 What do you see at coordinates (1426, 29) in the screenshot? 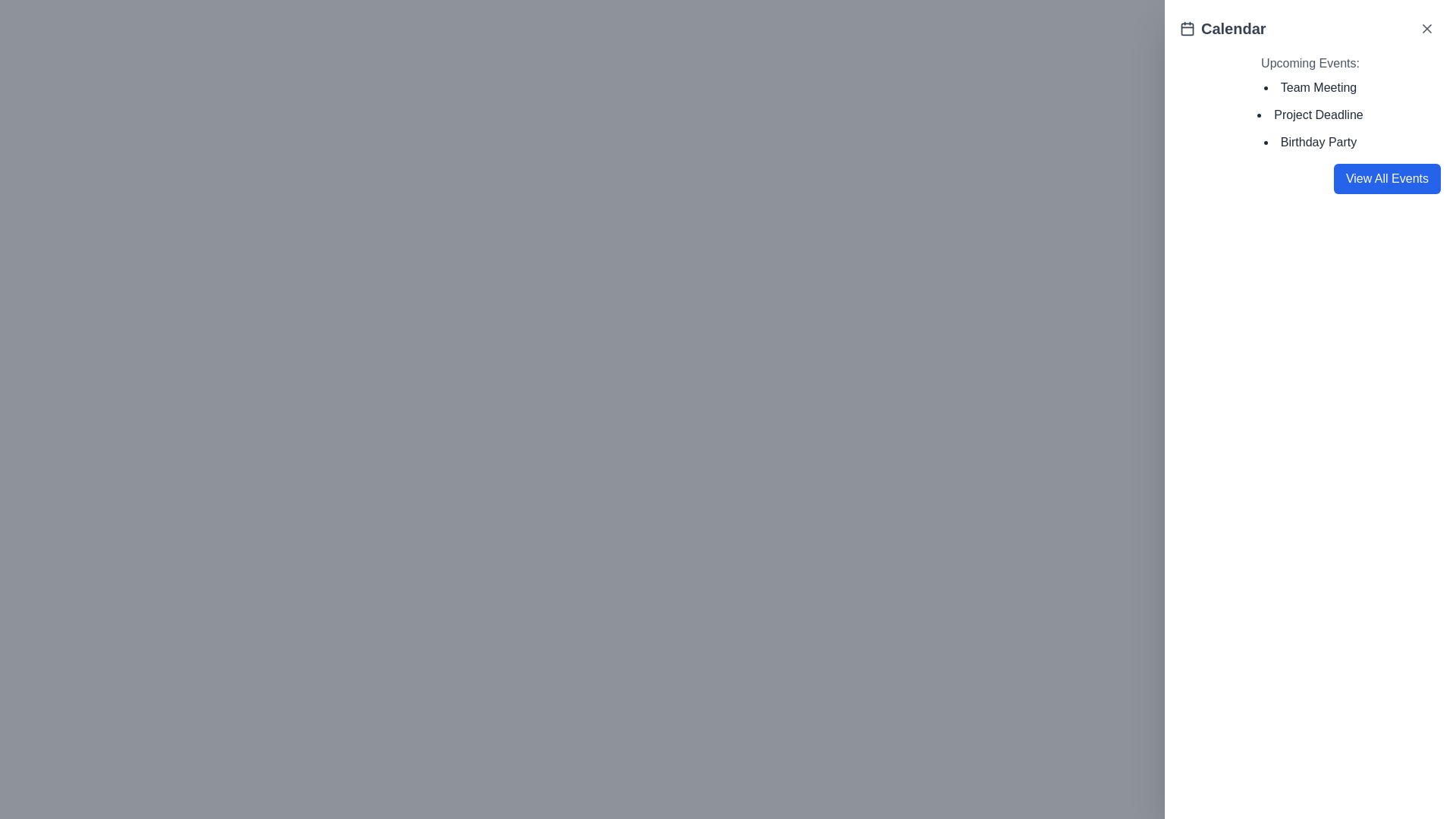
I see `the close button styled as a small square with a rounded border and an 'X' icon in the upper-right corner of the main Calendar section` at bounding box center [1426, 29].